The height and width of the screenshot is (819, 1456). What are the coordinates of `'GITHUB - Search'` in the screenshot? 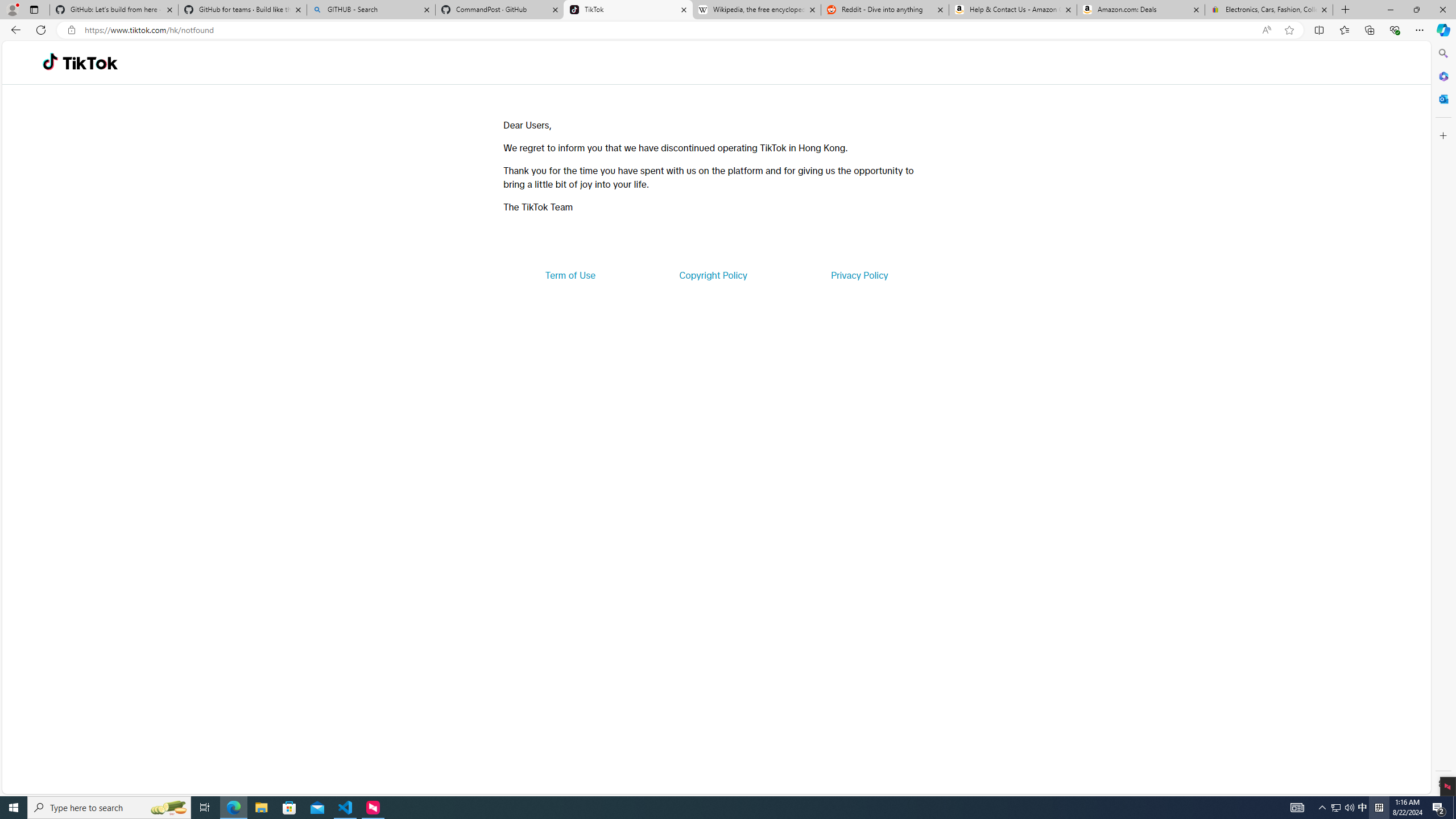 It's located at (370, 9).